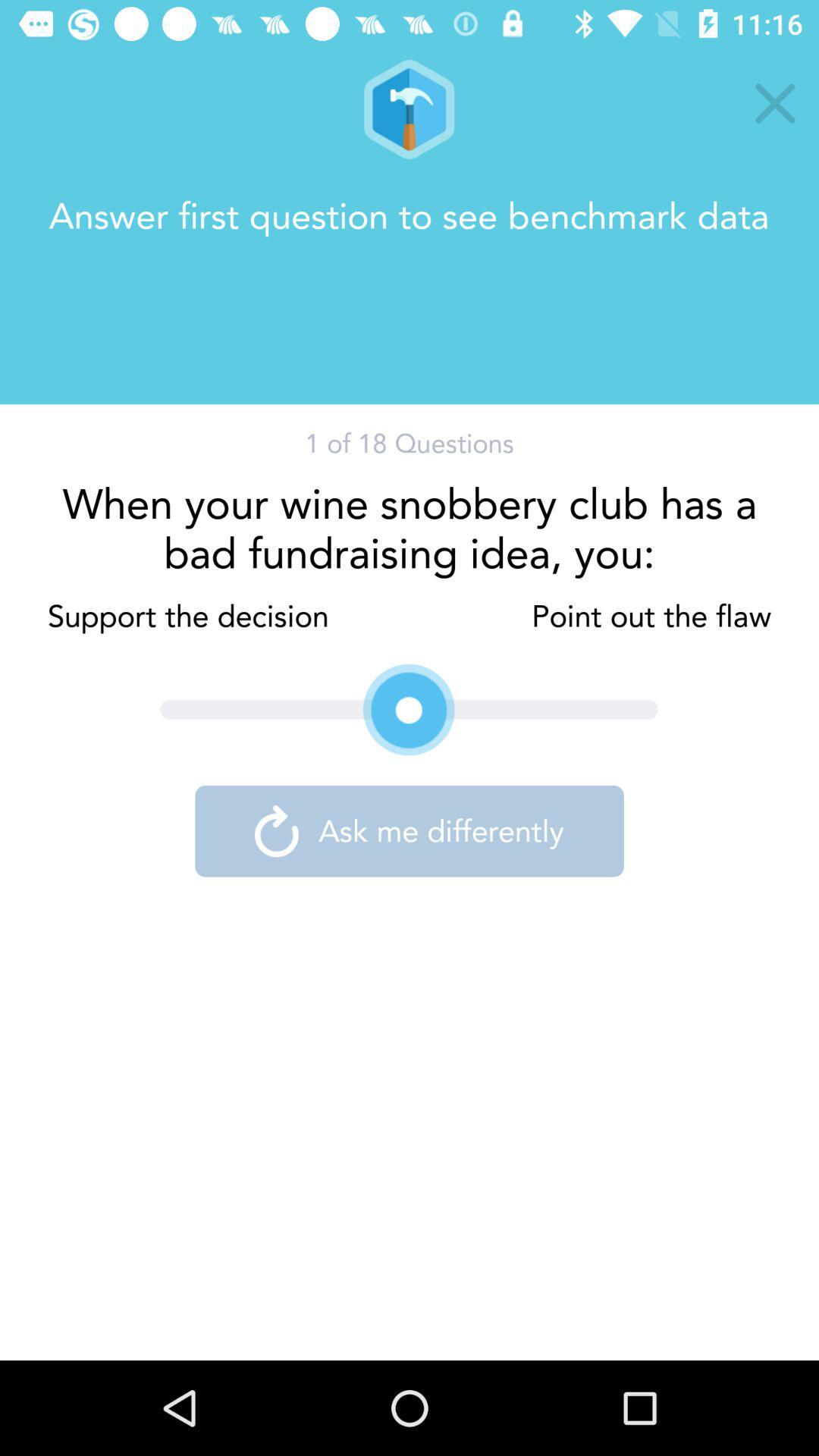 The height and width of the screenshot is (1456, 819). I want to click on close, so click(775, 102).